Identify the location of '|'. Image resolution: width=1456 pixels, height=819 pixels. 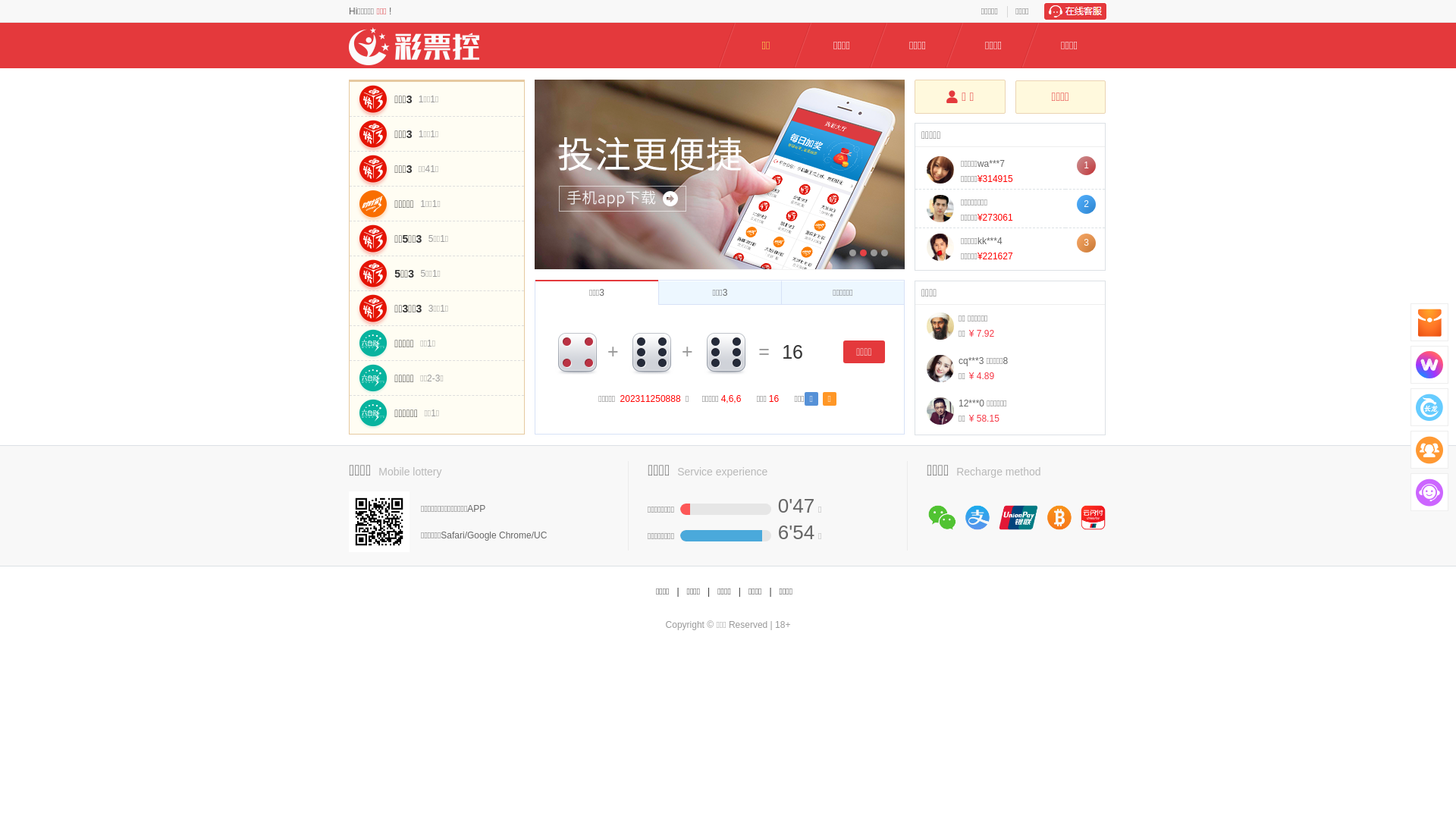
(676, 591).